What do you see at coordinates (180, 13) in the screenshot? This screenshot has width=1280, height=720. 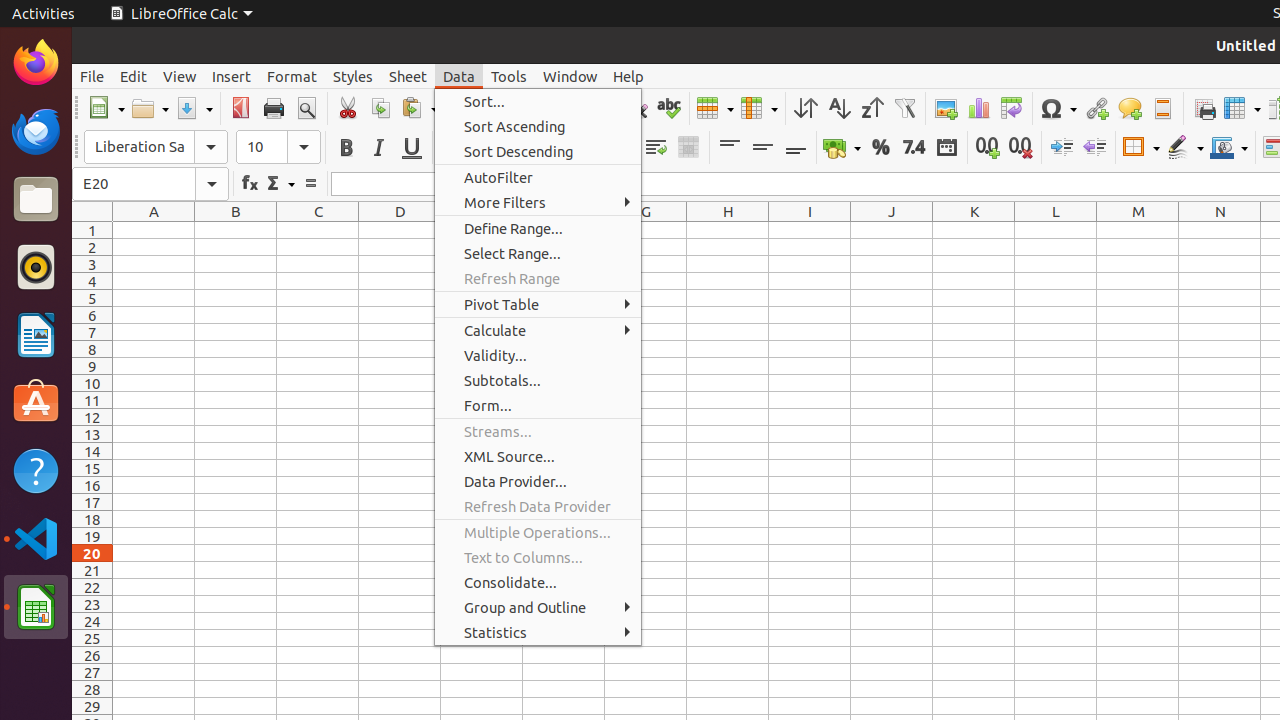 I see `'LibreOffice Calc'` at bounding box center [180, 13].